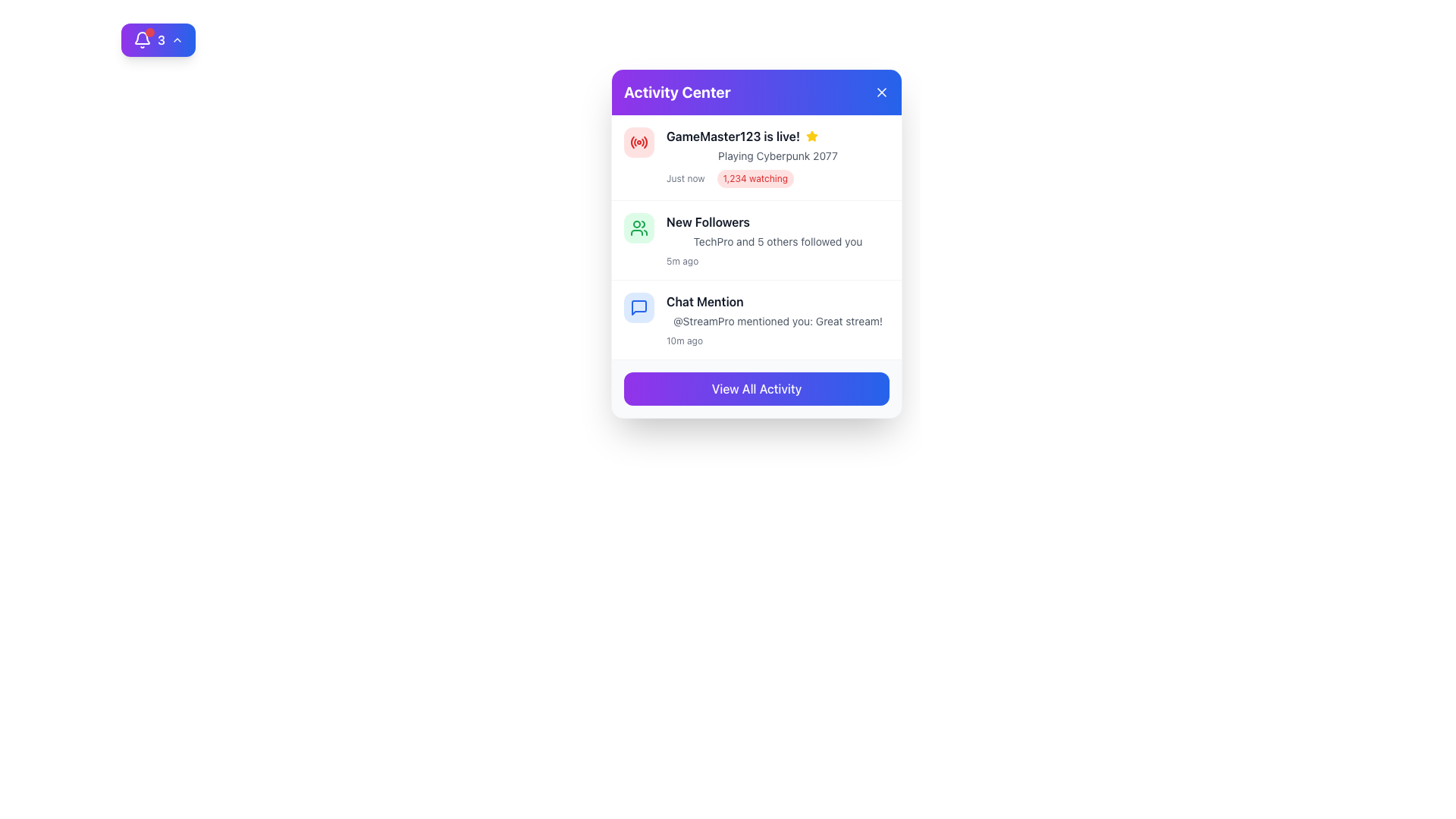 The height and width of the screenshot is (819, 1456). What do you see at coordinates (757, 318) in the screenshot?
I see `the third notification block in the 'Activity Center' panel that informs the user about a chat mention from '@StreamPro'` at bounding box center [757, 318].